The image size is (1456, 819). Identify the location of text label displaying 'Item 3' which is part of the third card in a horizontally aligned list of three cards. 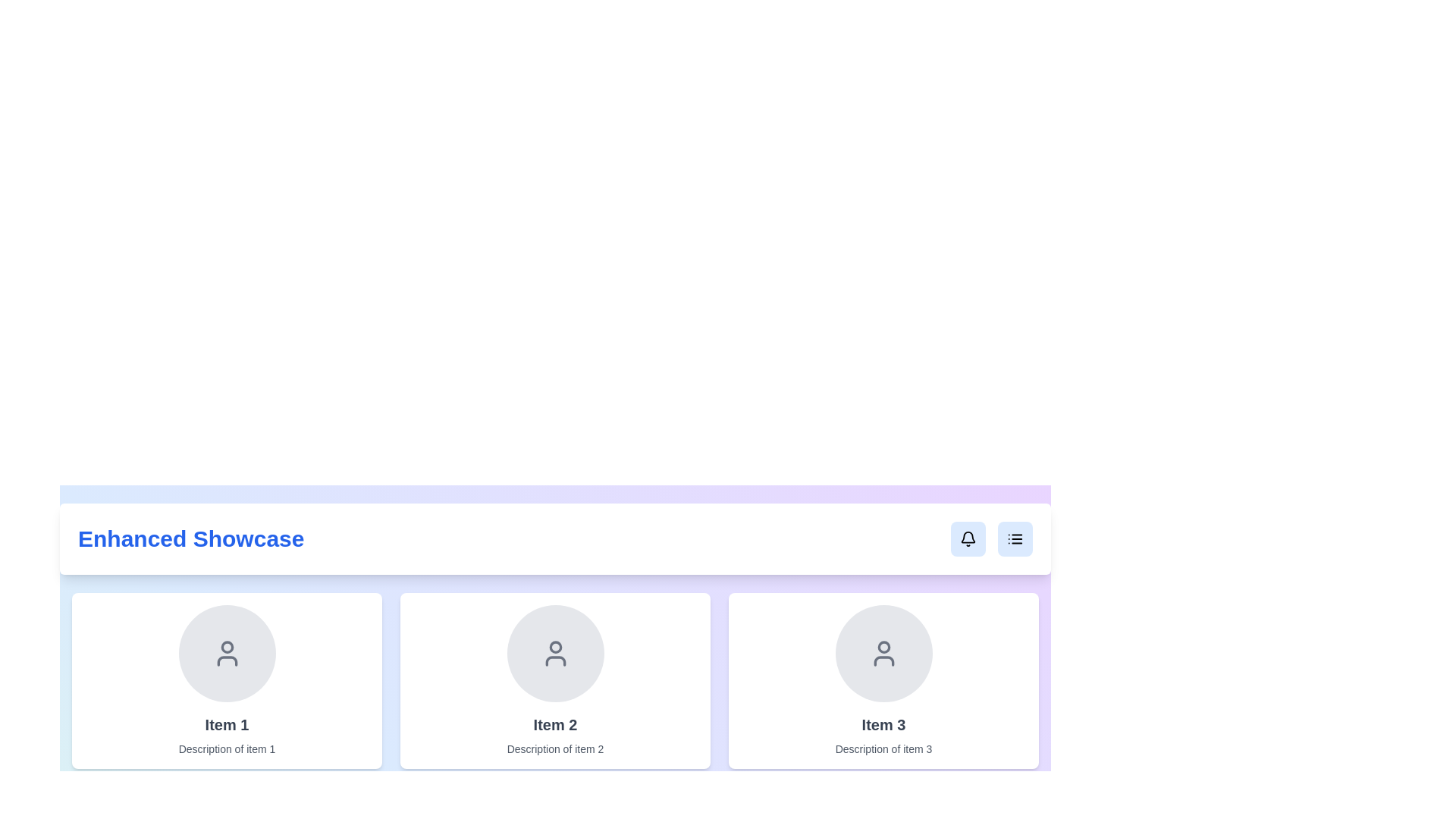
(883, 724).